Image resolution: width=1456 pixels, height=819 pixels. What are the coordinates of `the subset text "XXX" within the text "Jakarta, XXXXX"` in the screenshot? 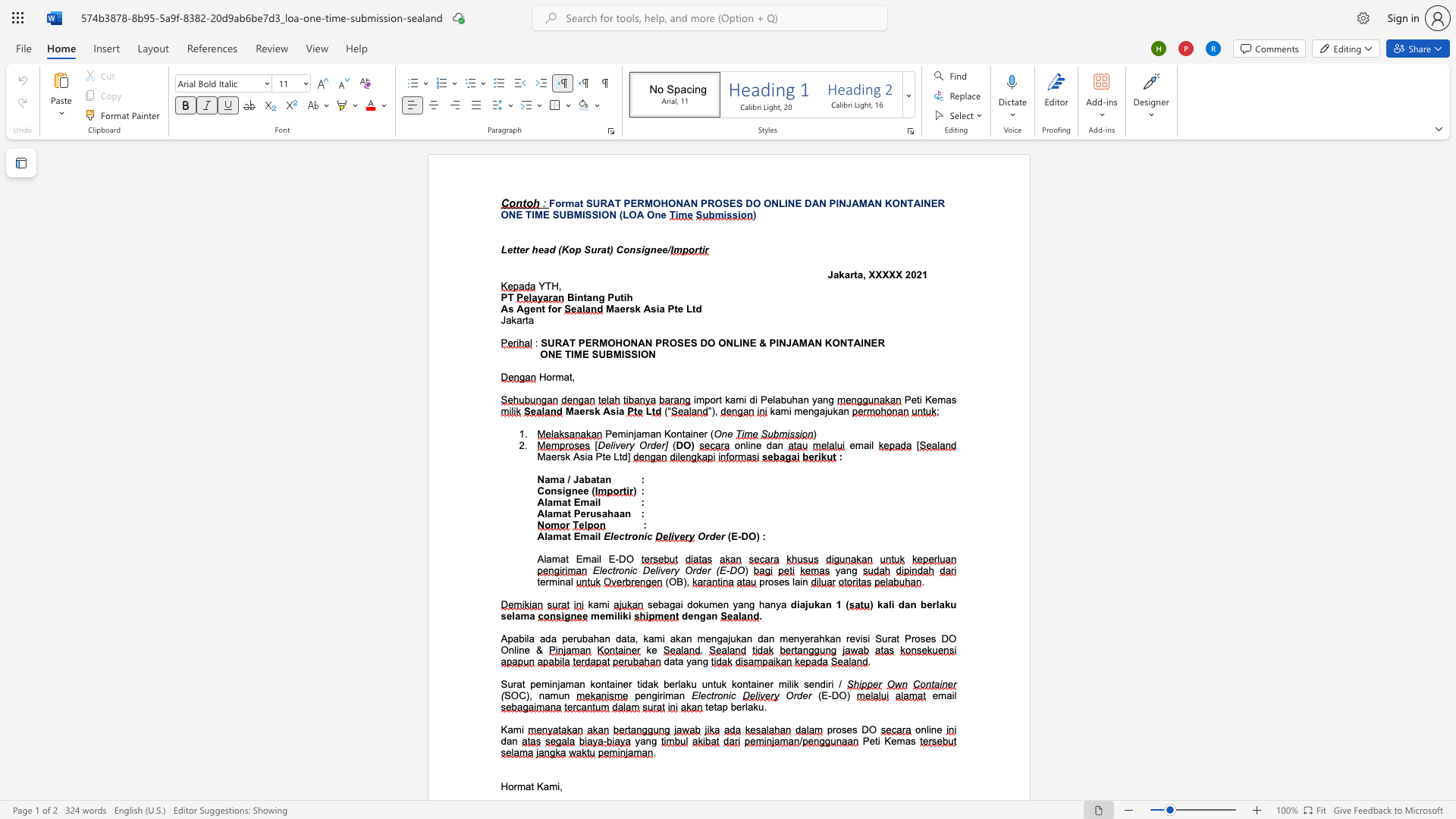 It's located at (875, 275).